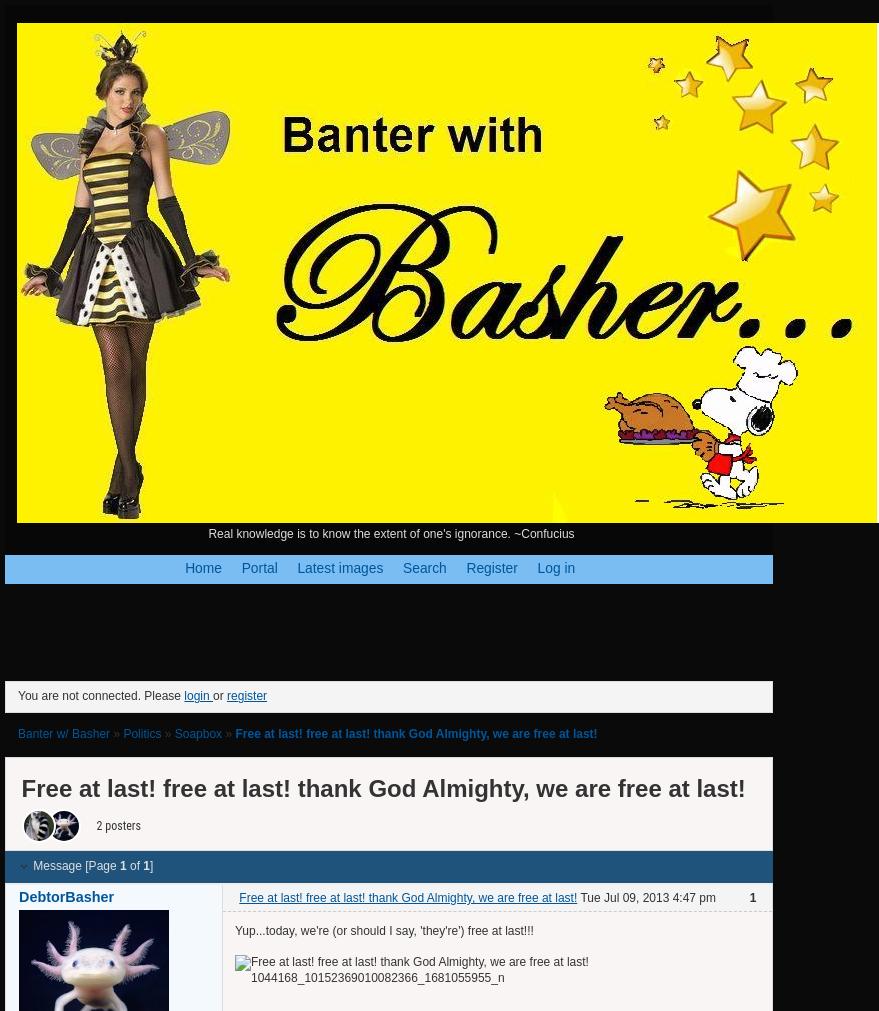  I want to click on 'Message [Page', so click(72, 866).